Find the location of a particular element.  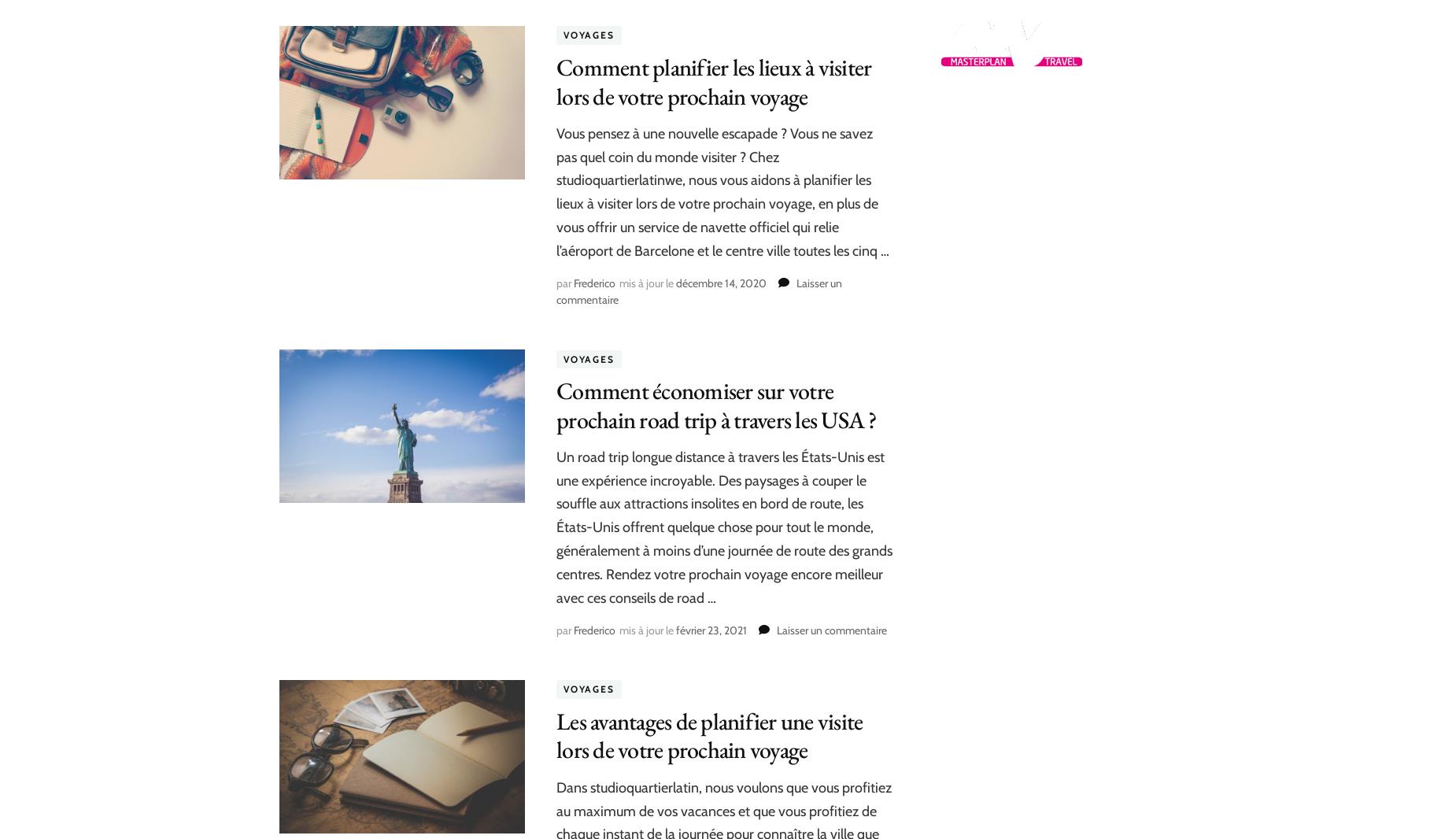

'Comment planifier les lieux à visiter lors de votre prochain voyage' is located at coordinates (714, 80).